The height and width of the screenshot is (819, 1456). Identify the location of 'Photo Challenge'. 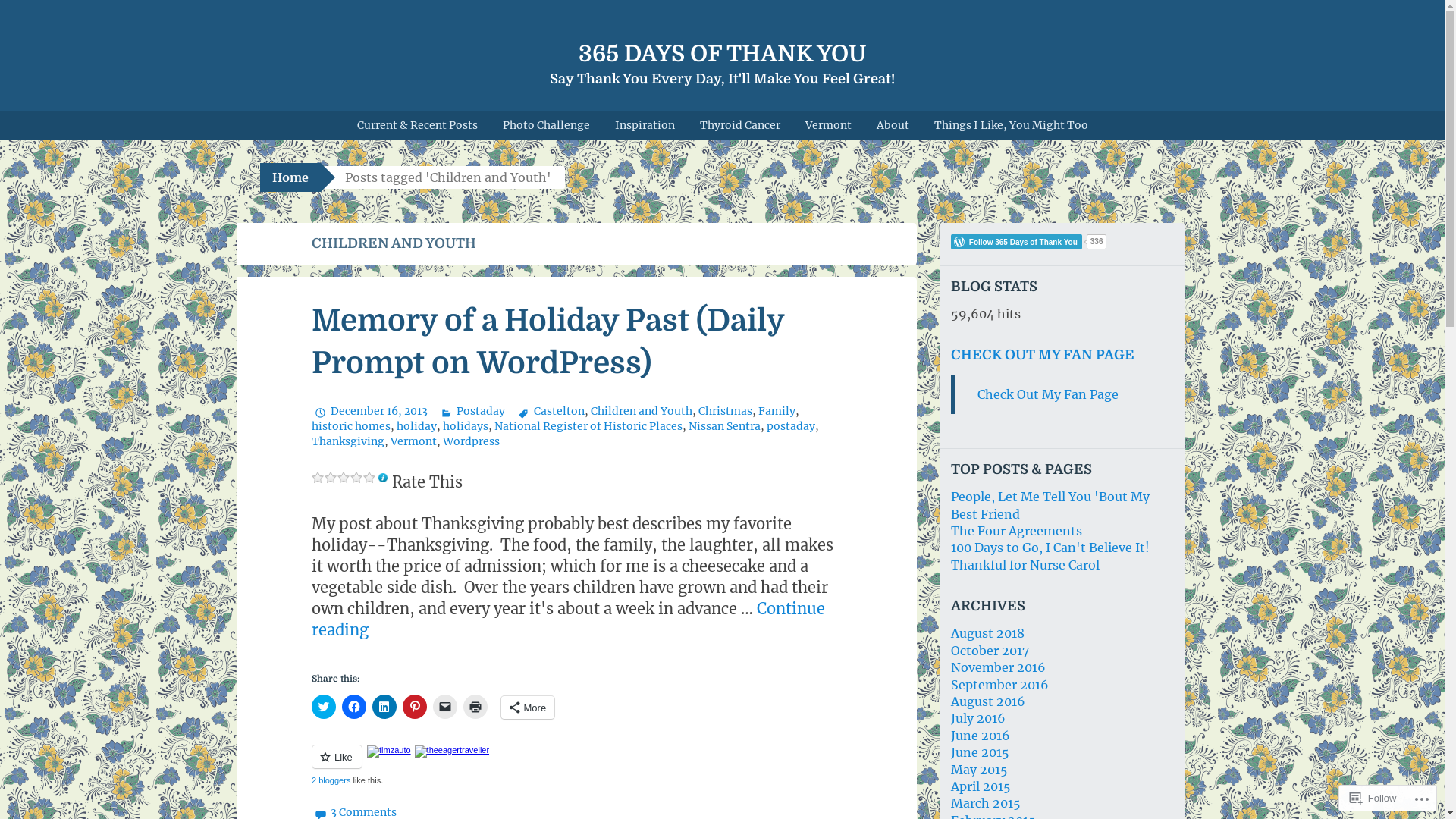
(546, 124).